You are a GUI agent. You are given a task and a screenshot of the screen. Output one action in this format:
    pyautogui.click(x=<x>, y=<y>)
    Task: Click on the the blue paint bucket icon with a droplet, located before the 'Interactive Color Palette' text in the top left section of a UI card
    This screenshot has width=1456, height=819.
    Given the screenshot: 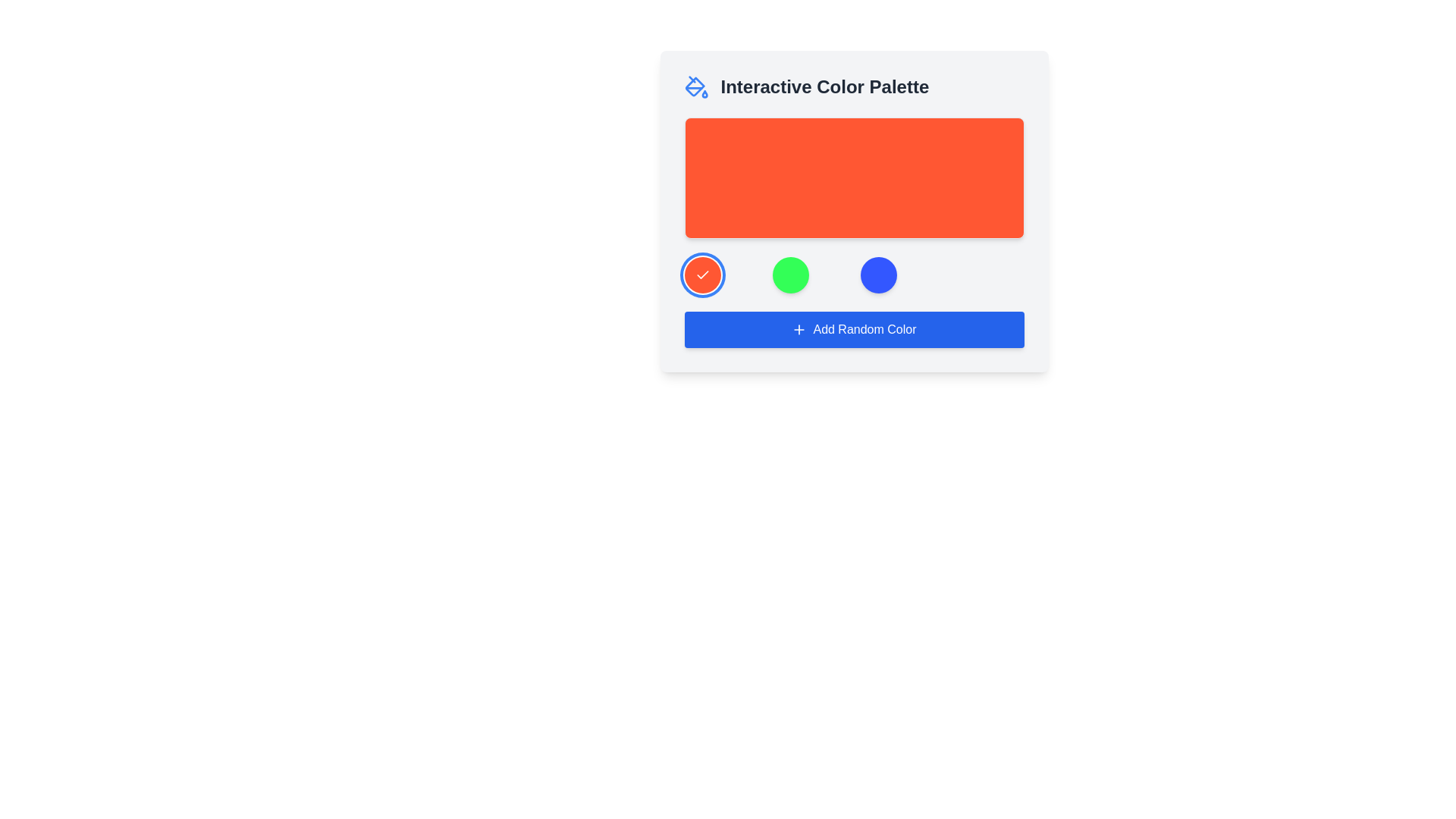 What is the action you would take?
    pyautogui.click(x=695, y=87)
    